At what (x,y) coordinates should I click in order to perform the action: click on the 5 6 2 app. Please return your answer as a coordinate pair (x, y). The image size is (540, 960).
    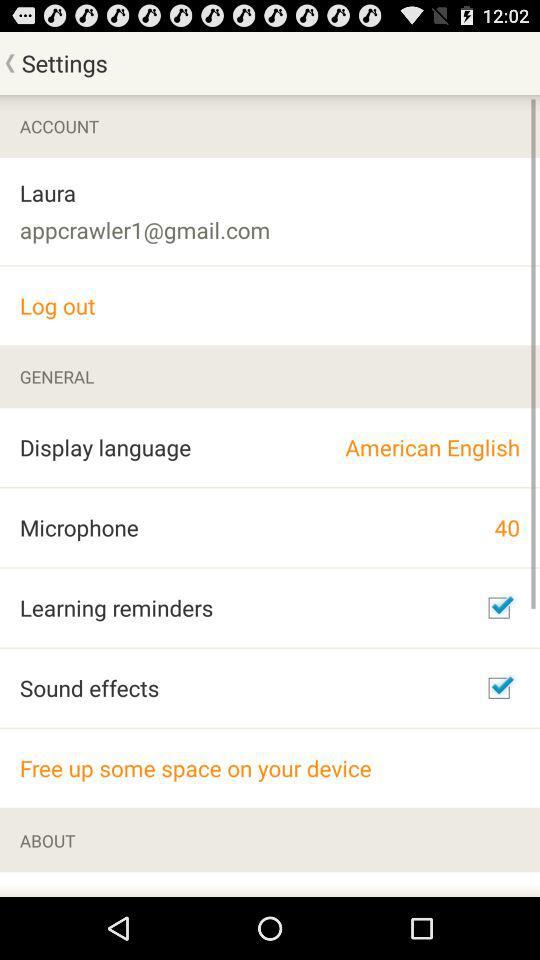
    Looking at the image, I should click on (109, 883).